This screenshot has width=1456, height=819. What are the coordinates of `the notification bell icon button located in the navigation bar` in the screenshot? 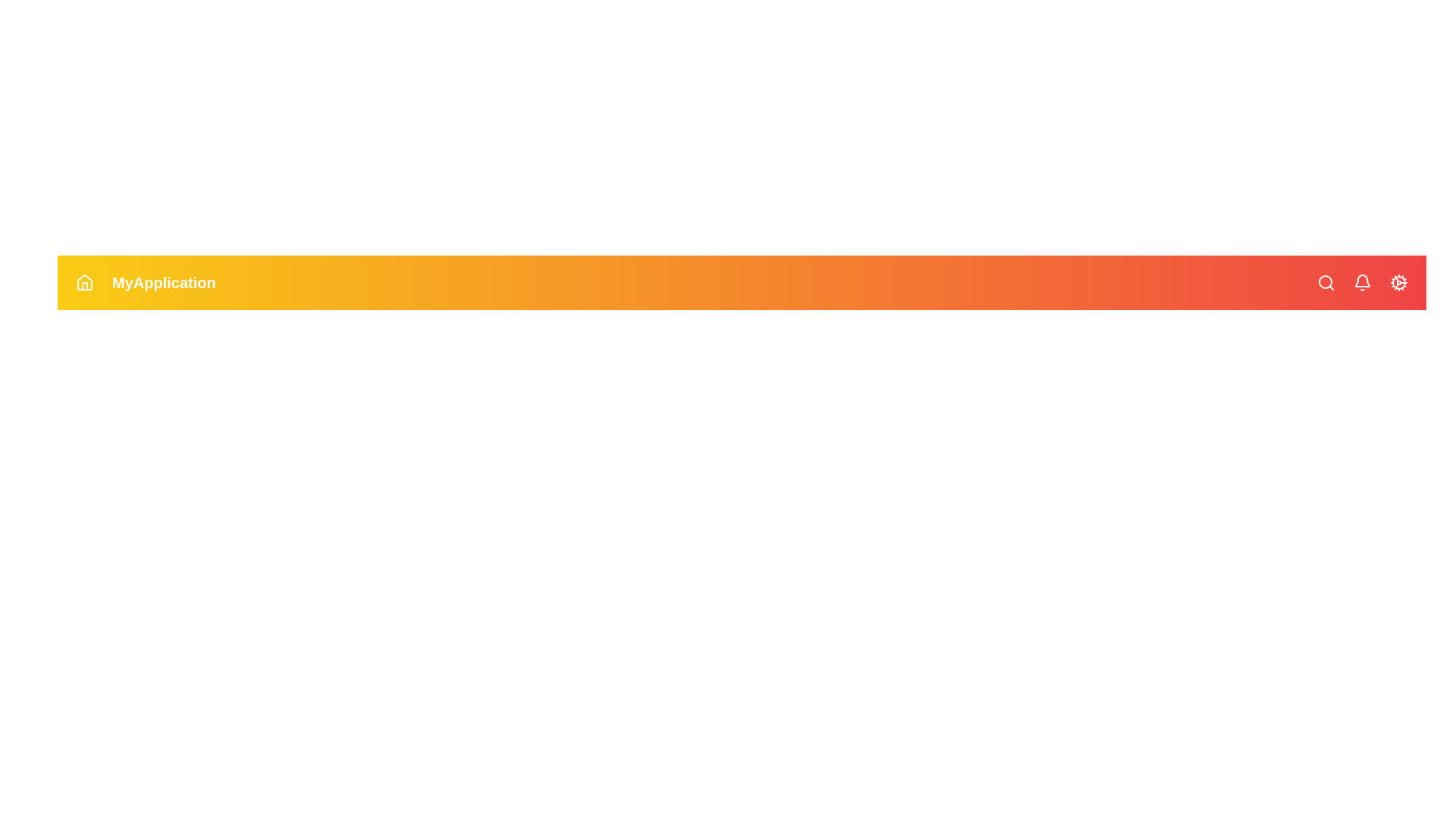 It's located at (1362, 283).